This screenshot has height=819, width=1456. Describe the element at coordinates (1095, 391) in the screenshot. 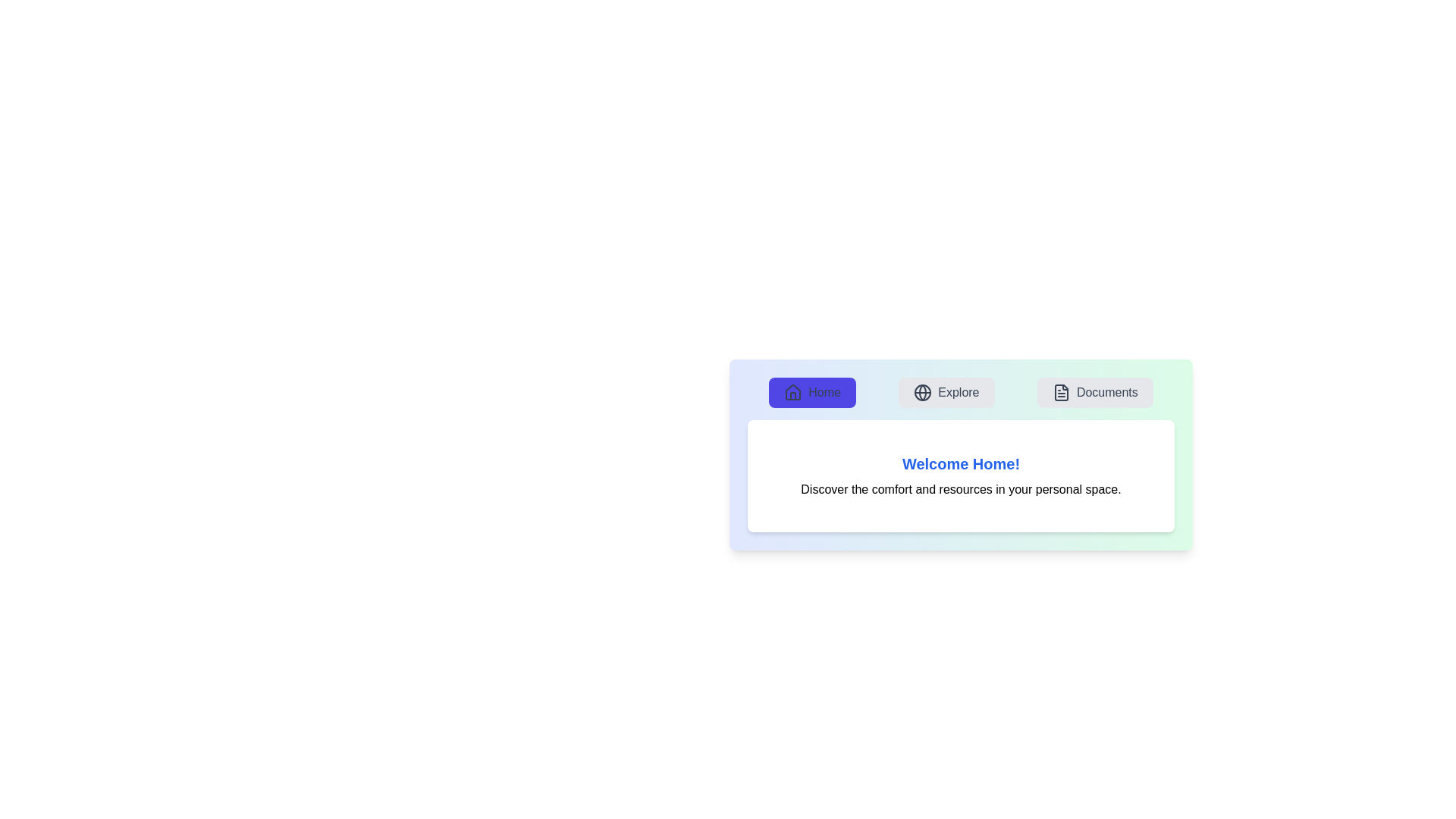

I see `the tab button labeled 'Documents' to observe the visual feedback` at that location.